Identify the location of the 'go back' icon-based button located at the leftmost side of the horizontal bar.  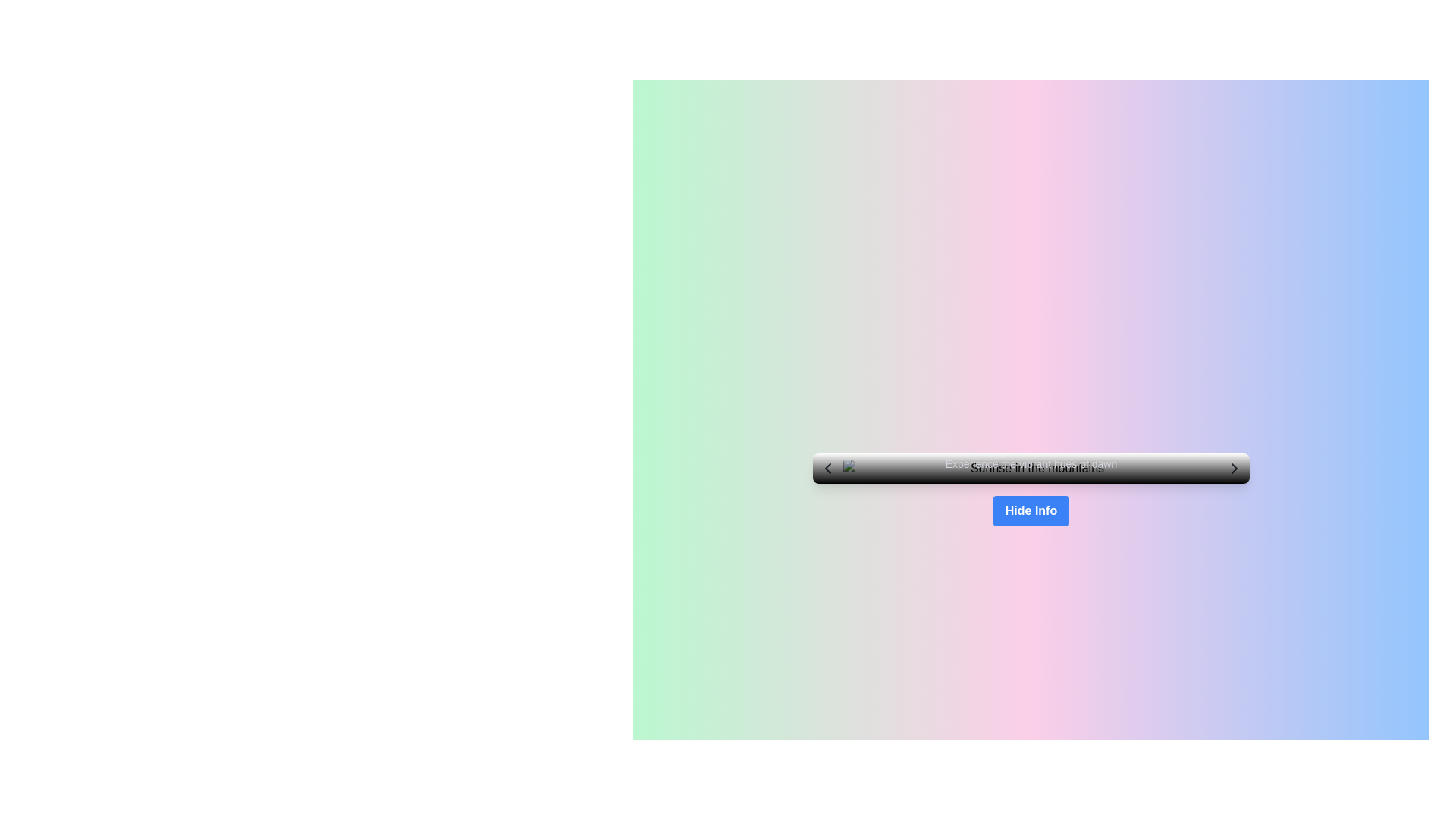
(827, 467).